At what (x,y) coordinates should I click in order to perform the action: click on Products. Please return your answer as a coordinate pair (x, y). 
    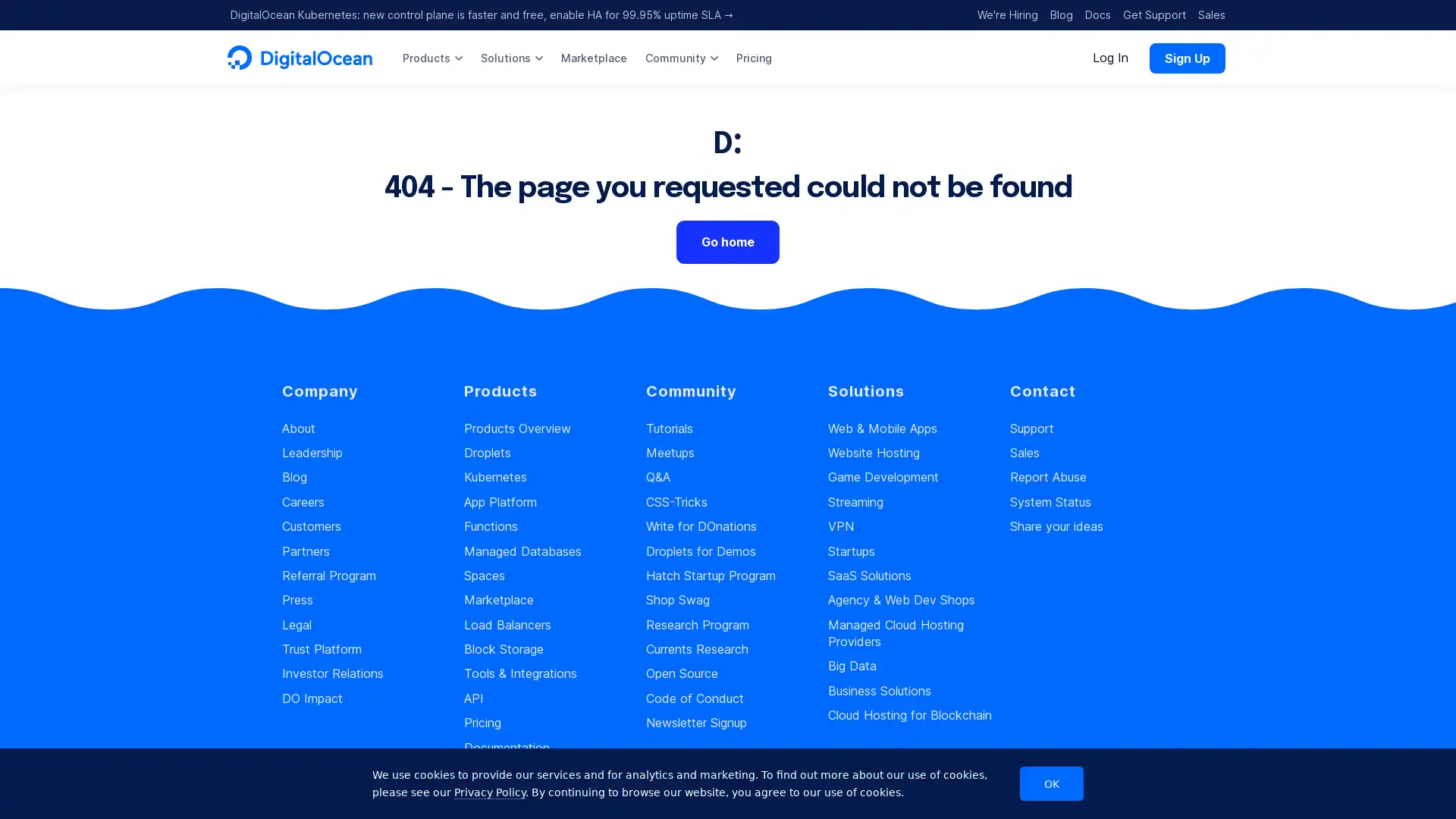
    Looking at the image, I should click on (431, 57).